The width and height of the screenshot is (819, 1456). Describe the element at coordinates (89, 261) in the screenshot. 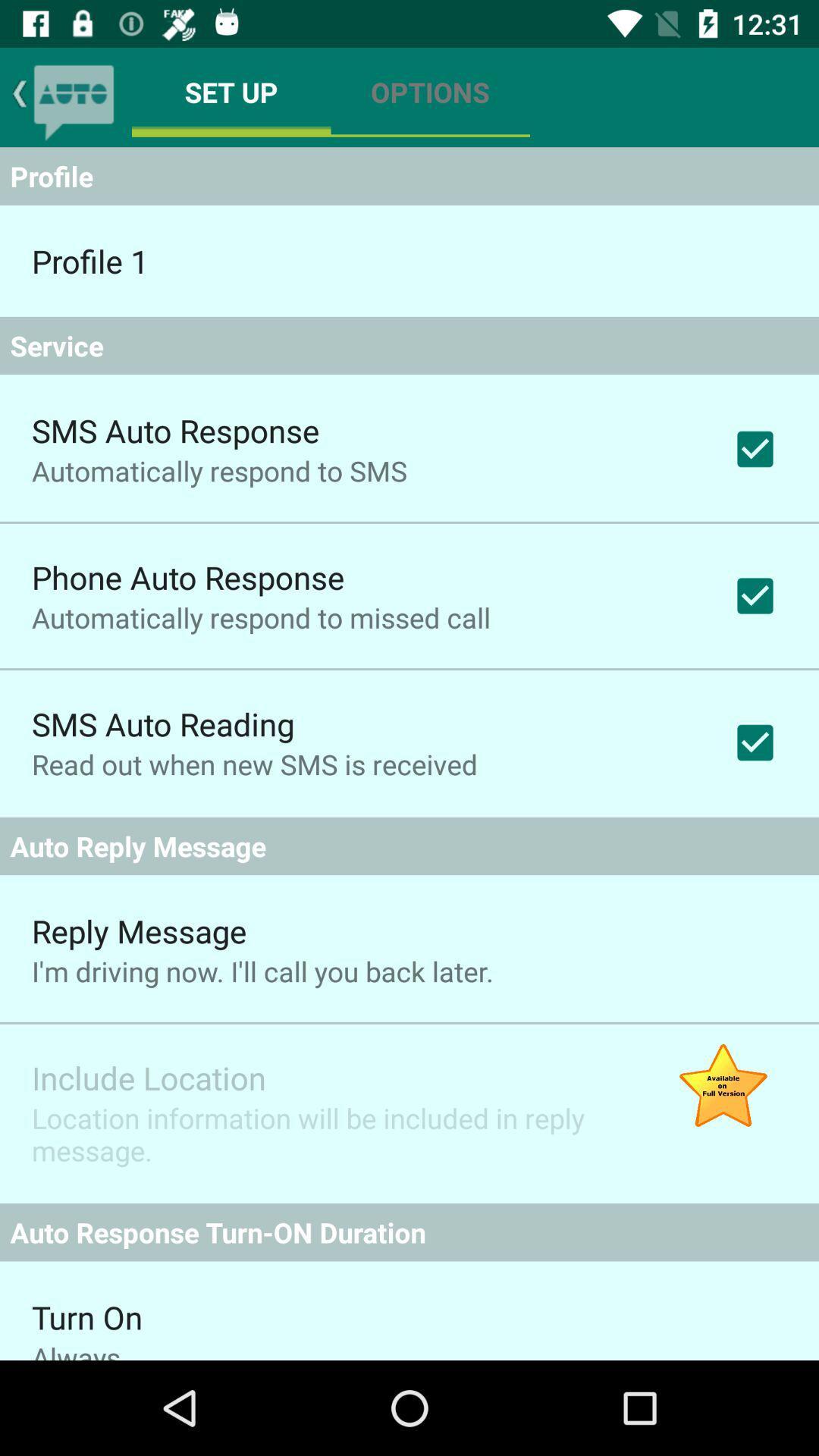

I see `the app below profile app` at that location.